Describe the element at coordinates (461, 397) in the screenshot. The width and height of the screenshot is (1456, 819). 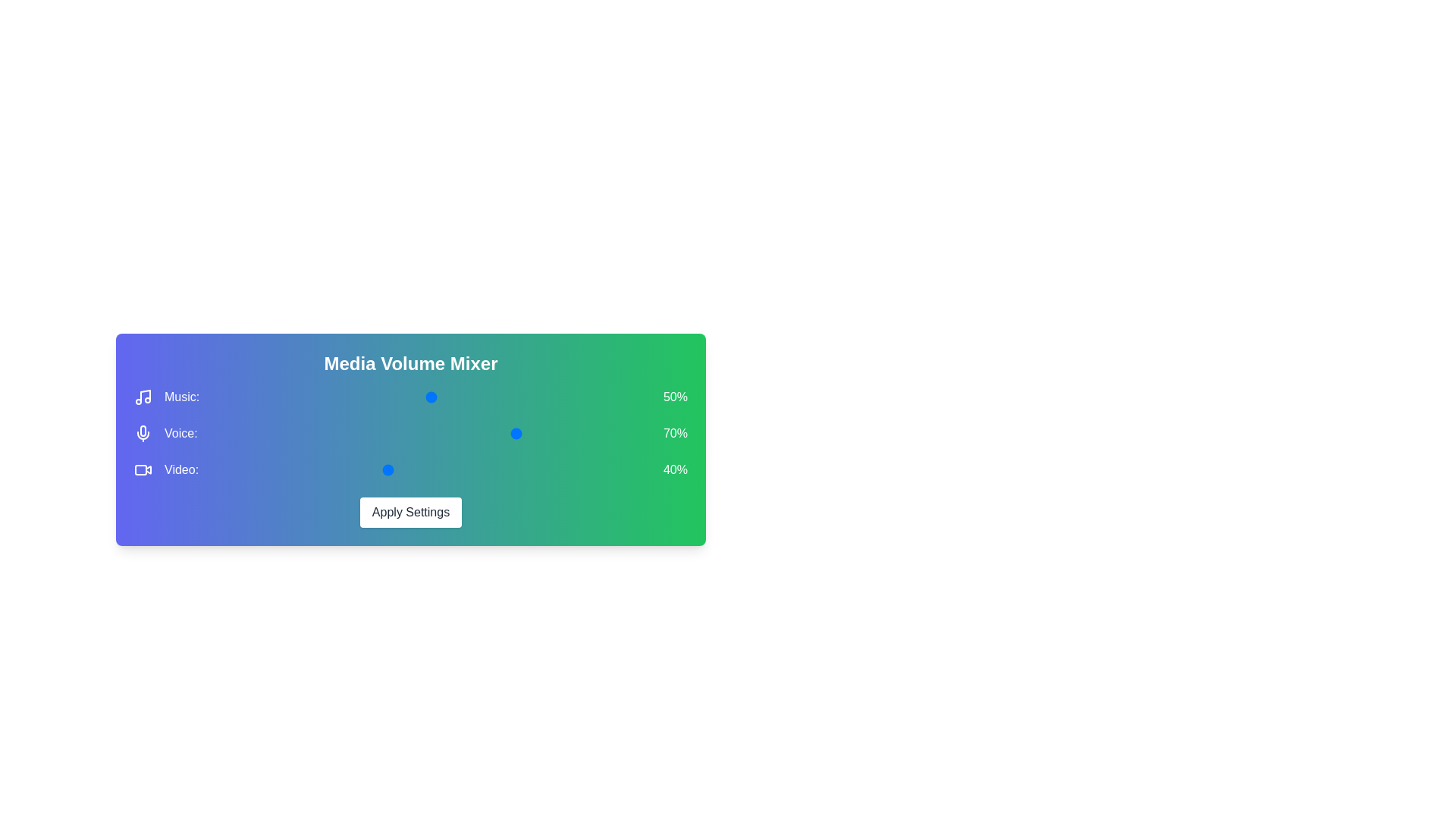
I see `the 0 volume to 14% by moving the corresponding slider` at that location.